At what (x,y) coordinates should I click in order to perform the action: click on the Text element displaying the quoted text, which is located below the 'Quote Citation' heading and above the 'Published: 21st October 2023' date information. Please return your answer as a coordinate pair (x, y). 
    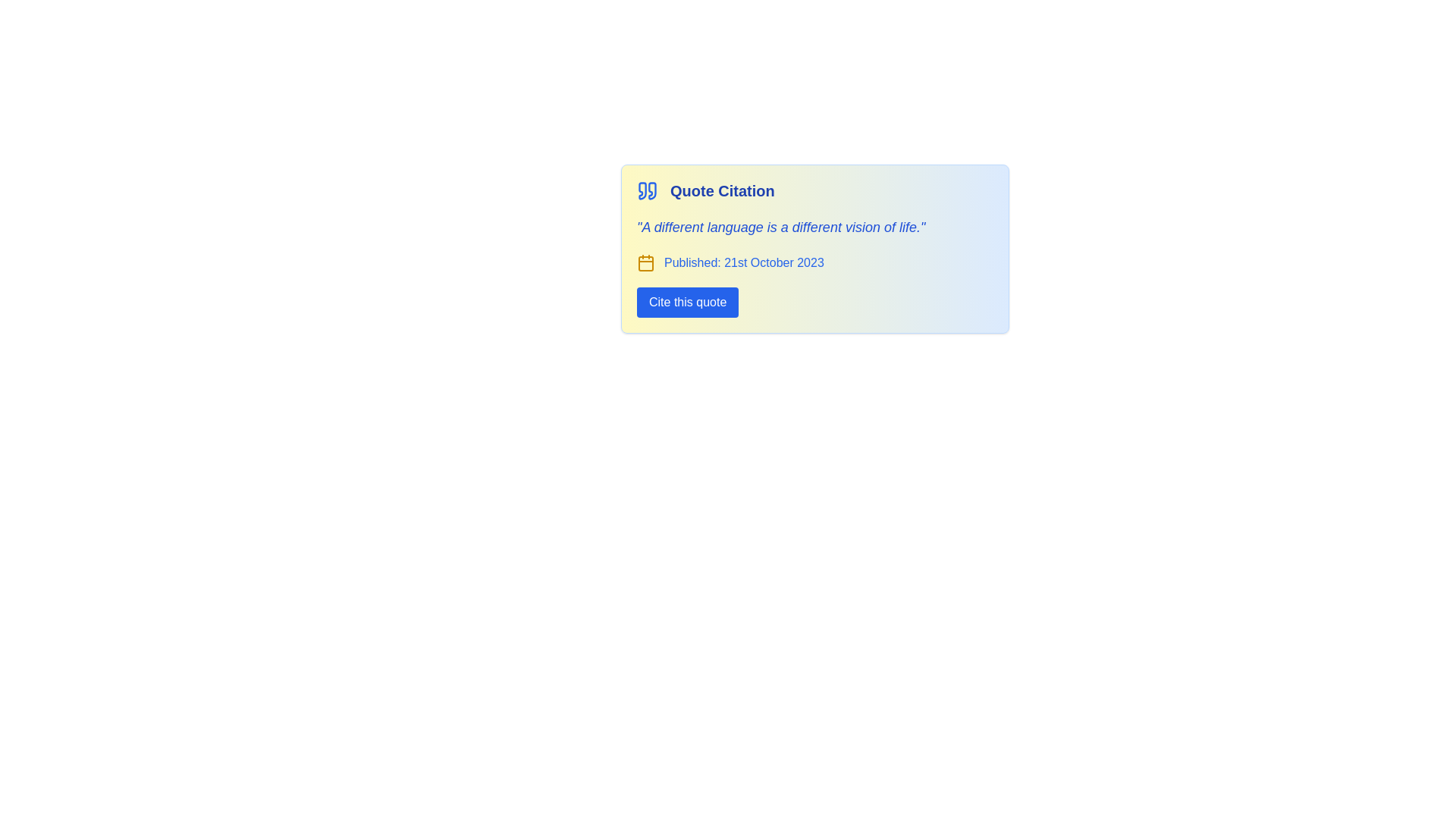
    Looking at the image, I should click on (781, 227).